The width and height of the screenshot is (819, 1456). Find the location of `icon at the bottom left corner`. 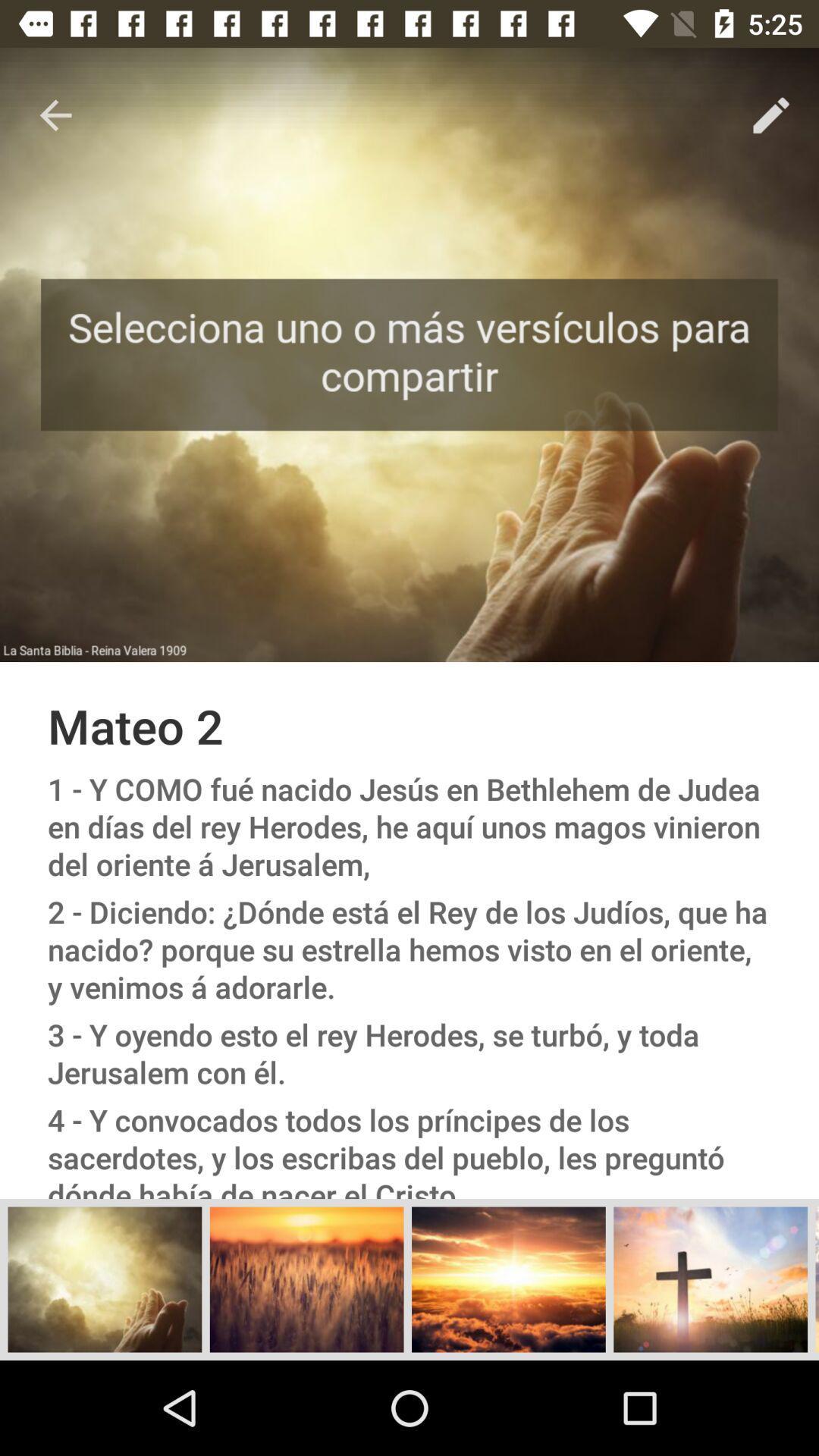

icon at the bottom left corner is located at coordinates (104, 1279).